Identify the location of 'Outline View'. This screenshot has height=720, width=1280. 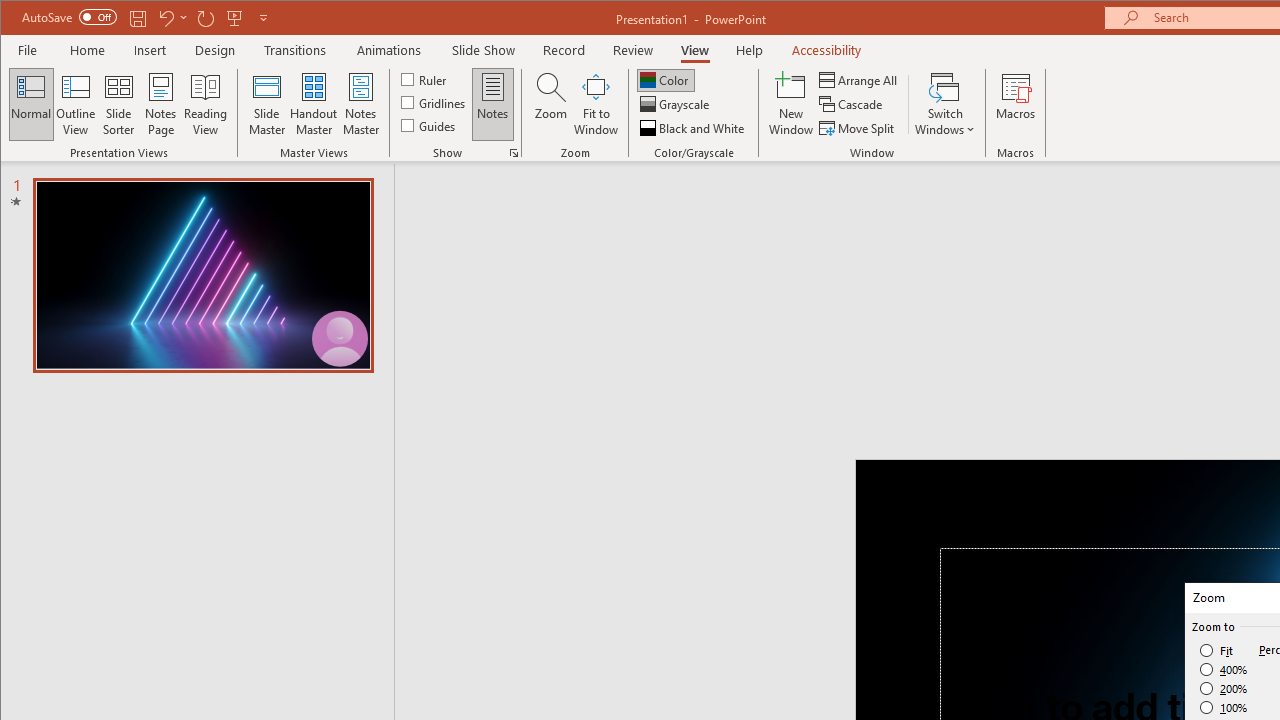
(76, 104).